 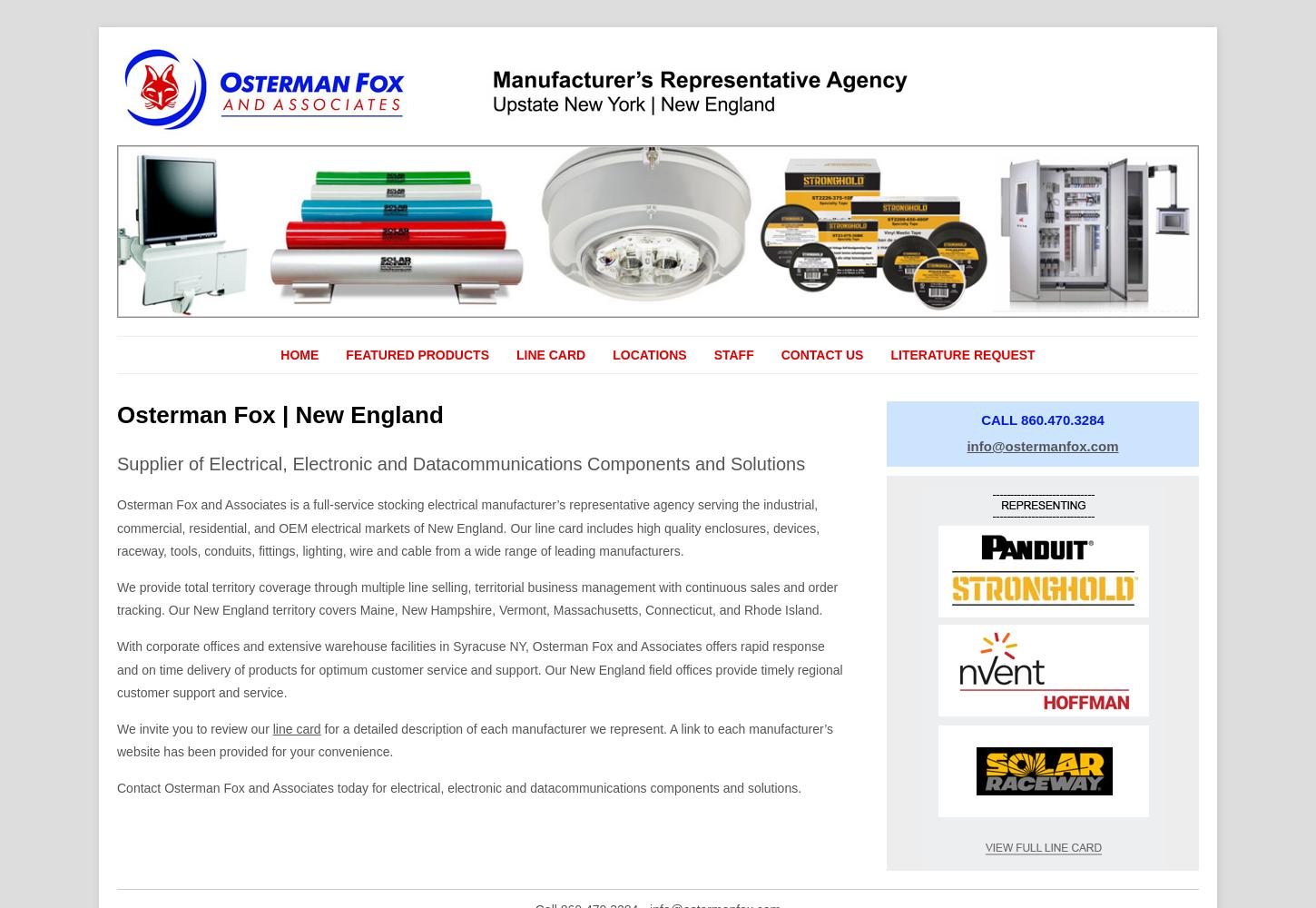 I want to click on 'Locations', so click(x=611, y=354).